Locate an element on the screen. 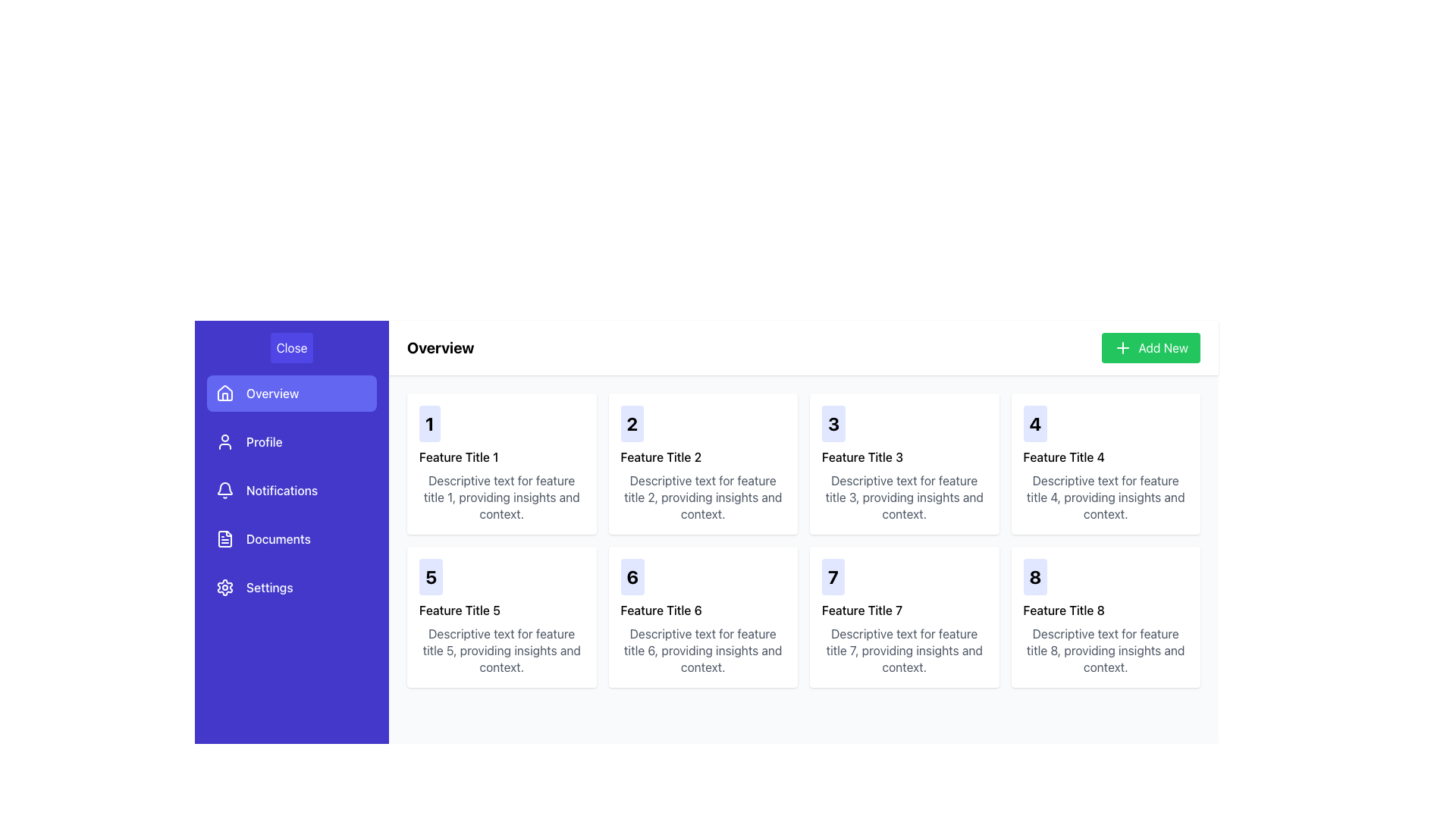 This screenshot has height=819, width=1456. the bell icon located in the sidebar menu next to the 'Notifications' text is located at coordinates (224, 491).